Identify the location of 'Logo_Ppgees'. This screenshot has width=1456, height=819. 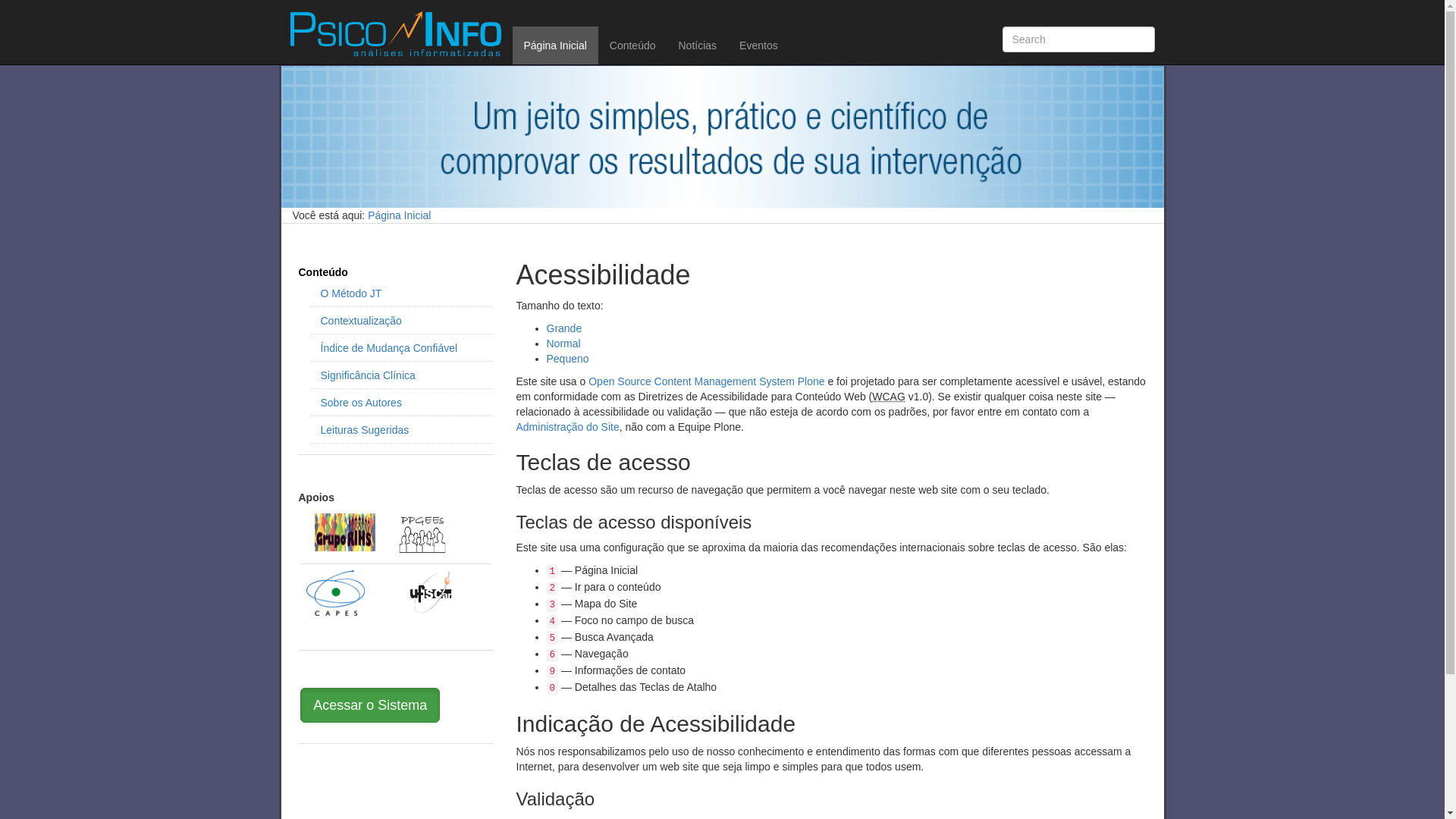
(422, 534).